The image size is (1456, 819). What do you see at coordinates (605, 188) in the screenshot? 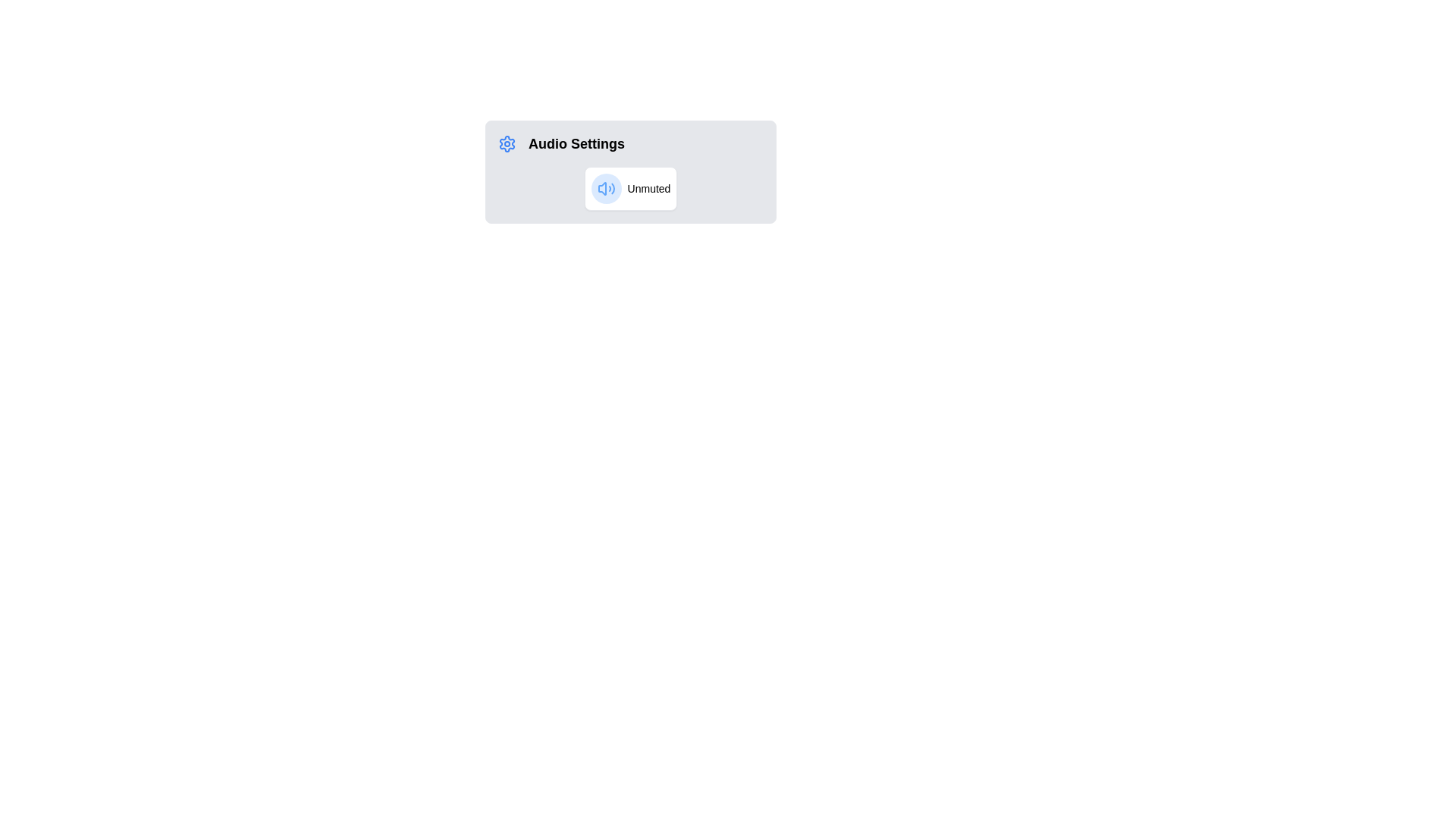
I see `the Decorative icon, which is a blue circular icon with a speaker symbol inside, located to the left of the 'Unmuted' text label within a white rectangular box` at bounding box center [605, 188].